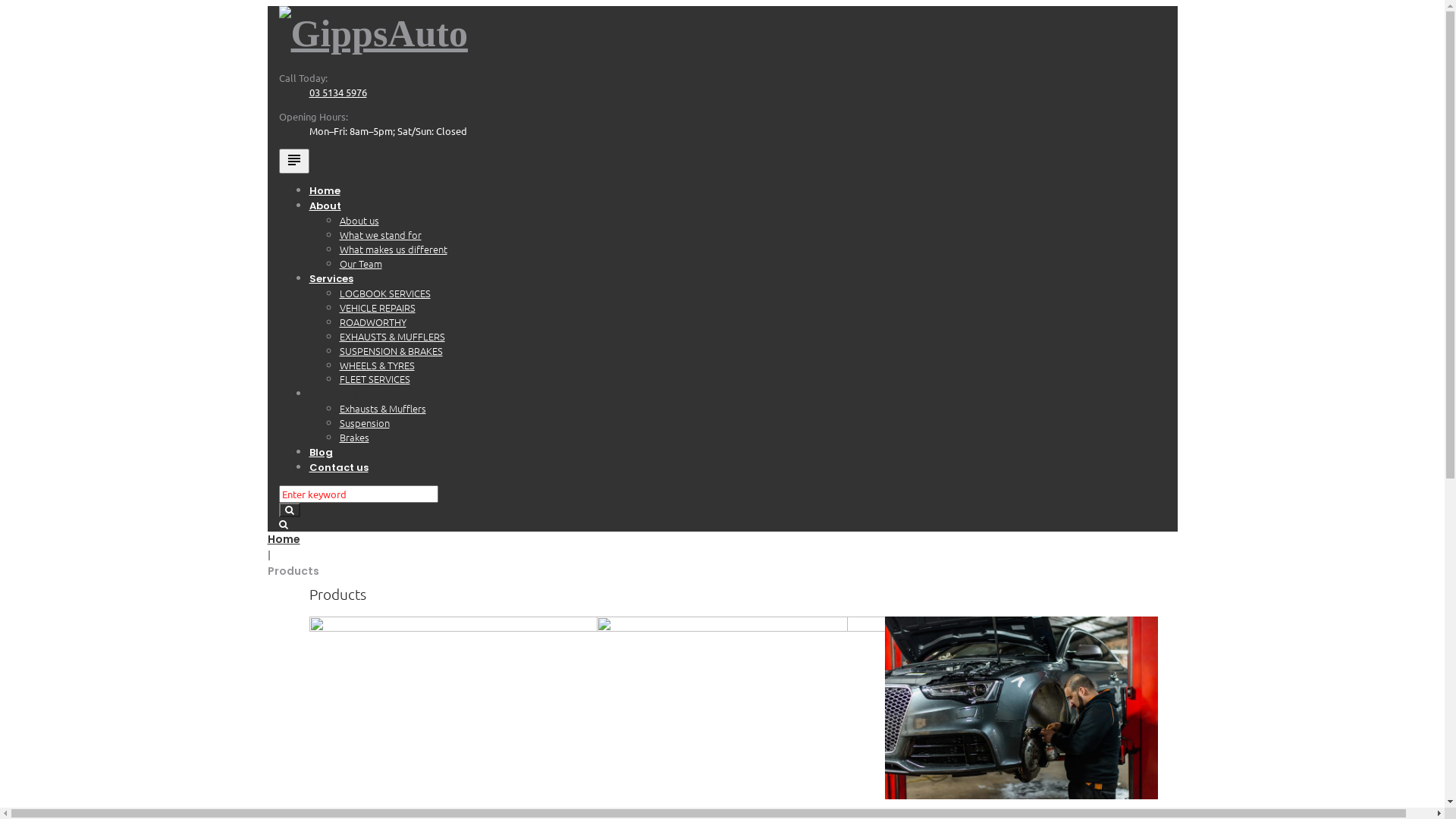 Image resolution: width=1456 pixels, height=819 pixels. I want to click on 'WHEELS & TYRES', so click(377, 365).